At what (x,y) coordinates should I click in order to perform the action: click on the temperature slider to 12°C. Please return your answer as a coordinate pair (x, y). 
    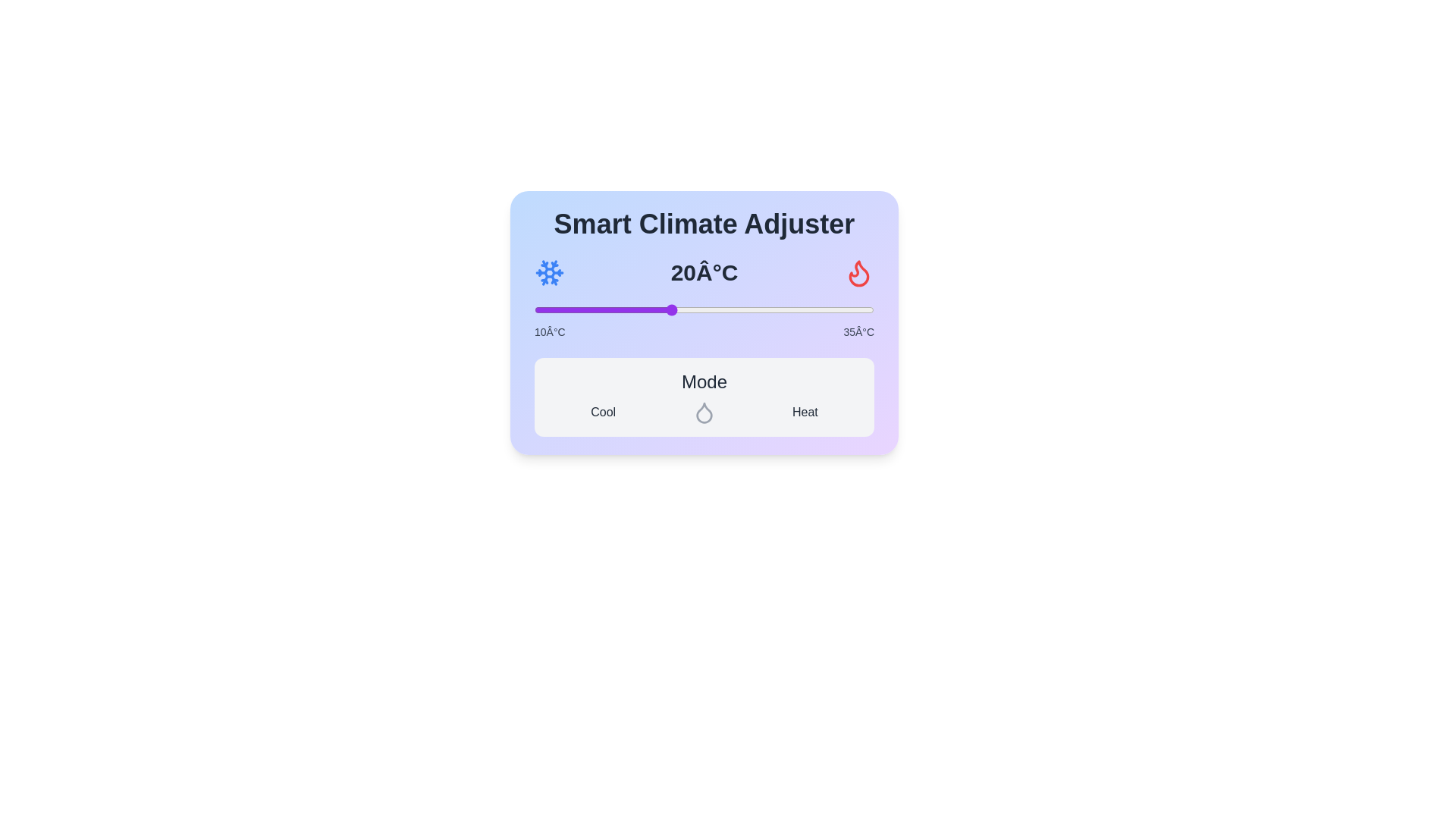
    Looking at the image, I should click on (560, 309).